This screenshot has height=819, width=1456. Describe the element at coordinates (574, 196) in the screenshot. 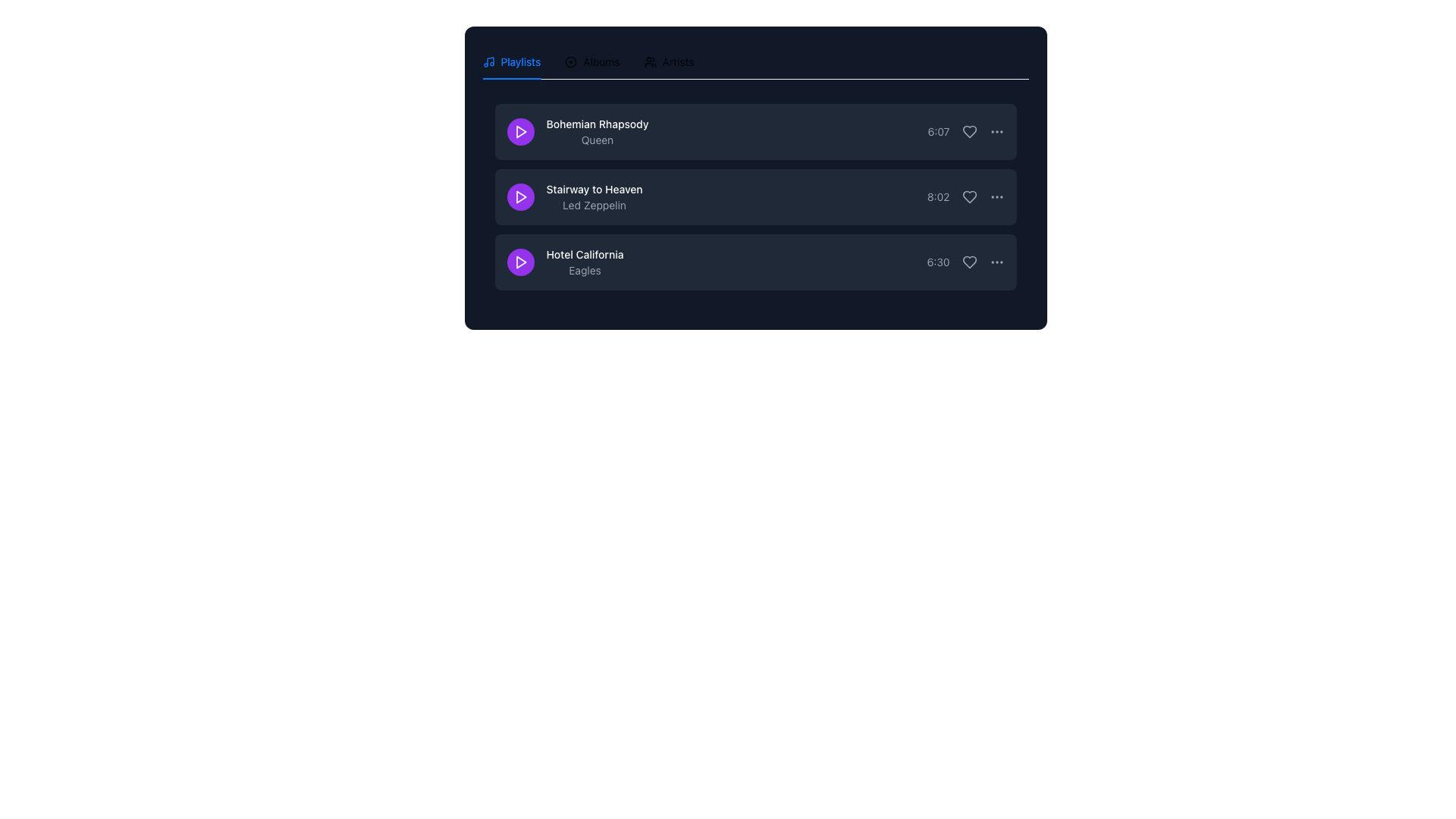

I see `the Text Display element that shows the title and artist of a song, located in the second row of the playlist interface, to possibly see more details` at that location.